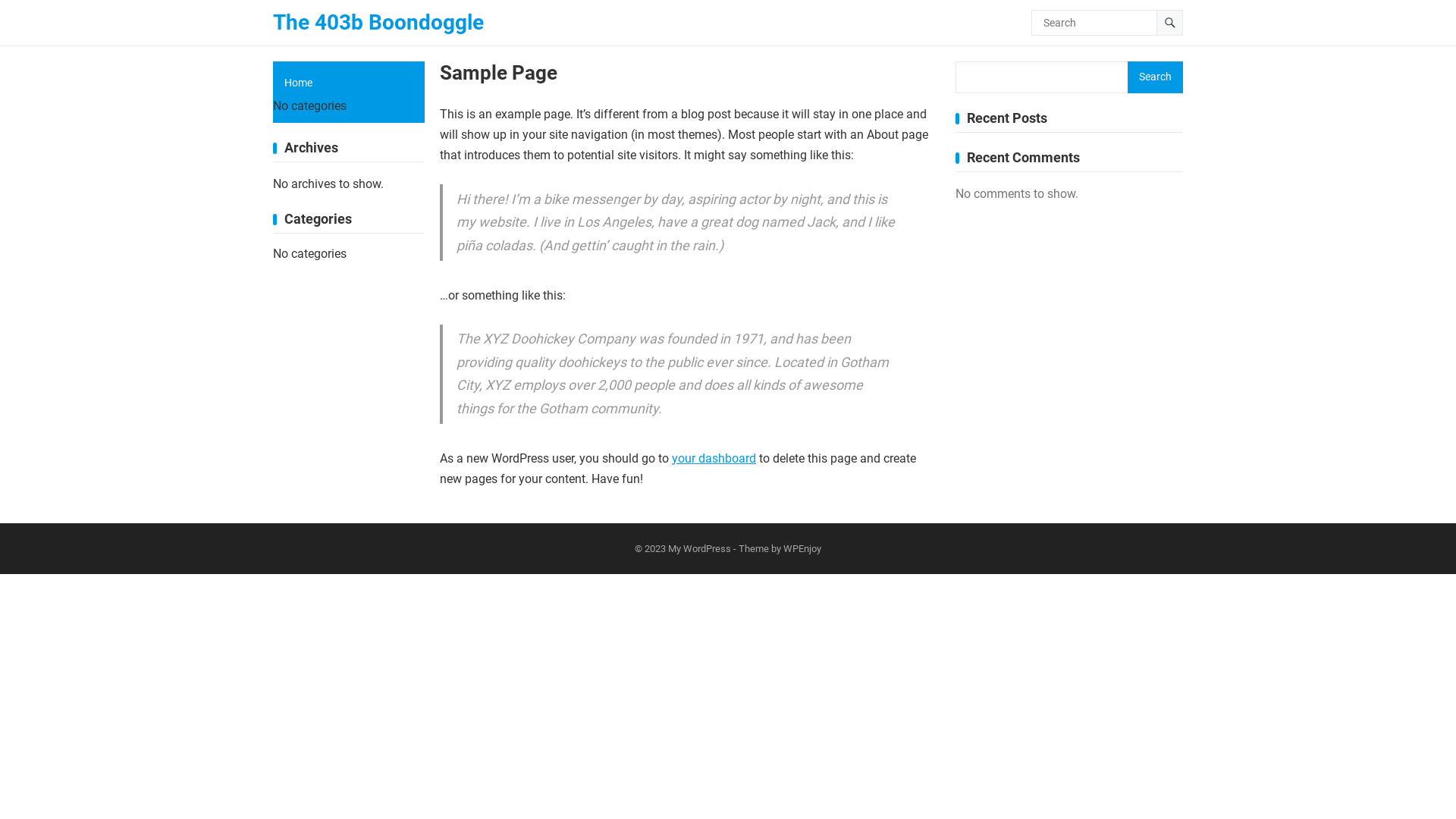 This screenshot has width=1456, height=819. I want to click on 'The 403b Boondoggle', so click(273, 23).